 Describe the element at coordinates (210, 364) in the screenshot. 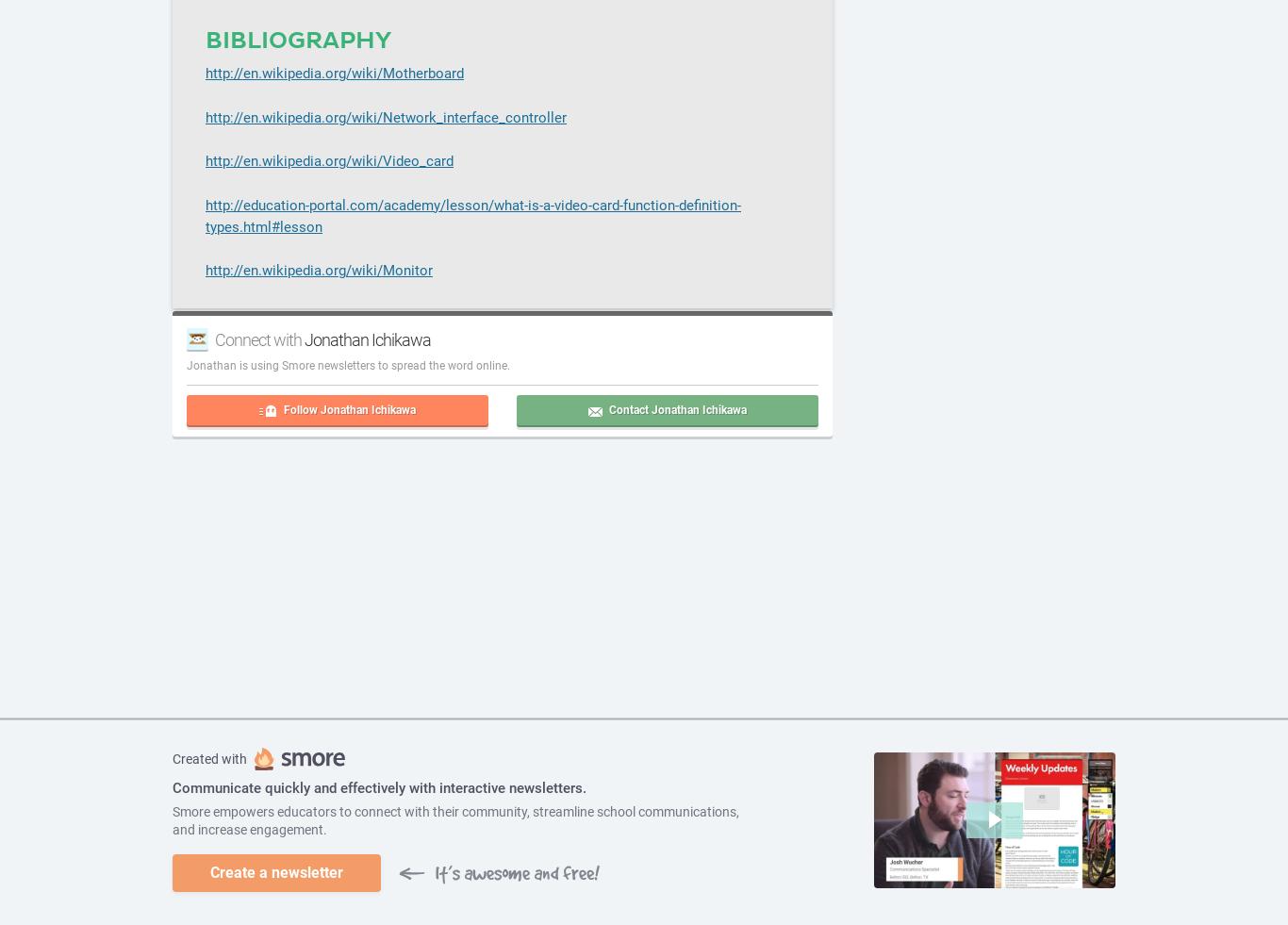

I see `'Jonathan'` at that location.